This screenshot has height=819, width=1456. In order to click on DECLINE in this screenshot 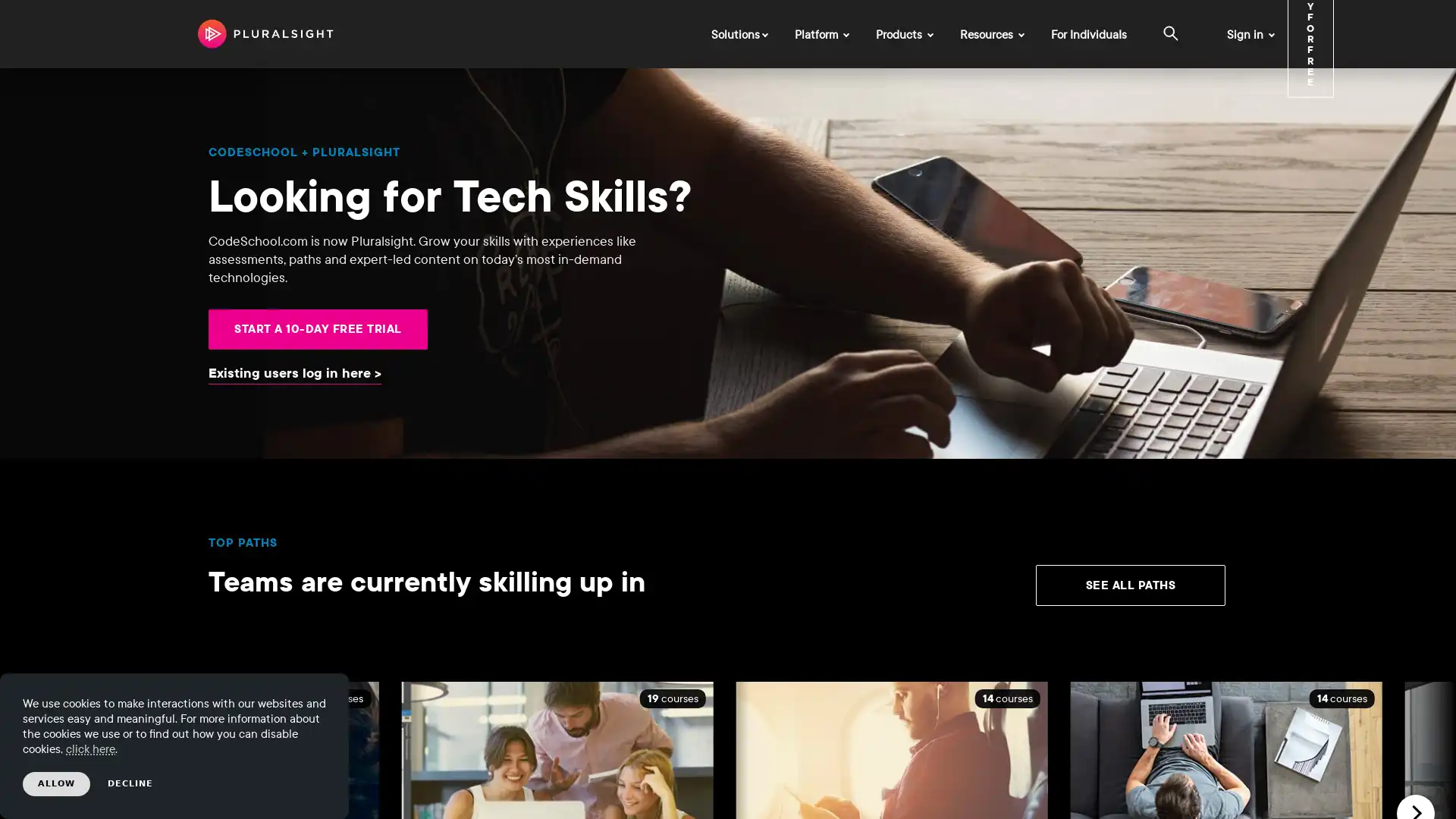, I will do `click(130, 783)`.